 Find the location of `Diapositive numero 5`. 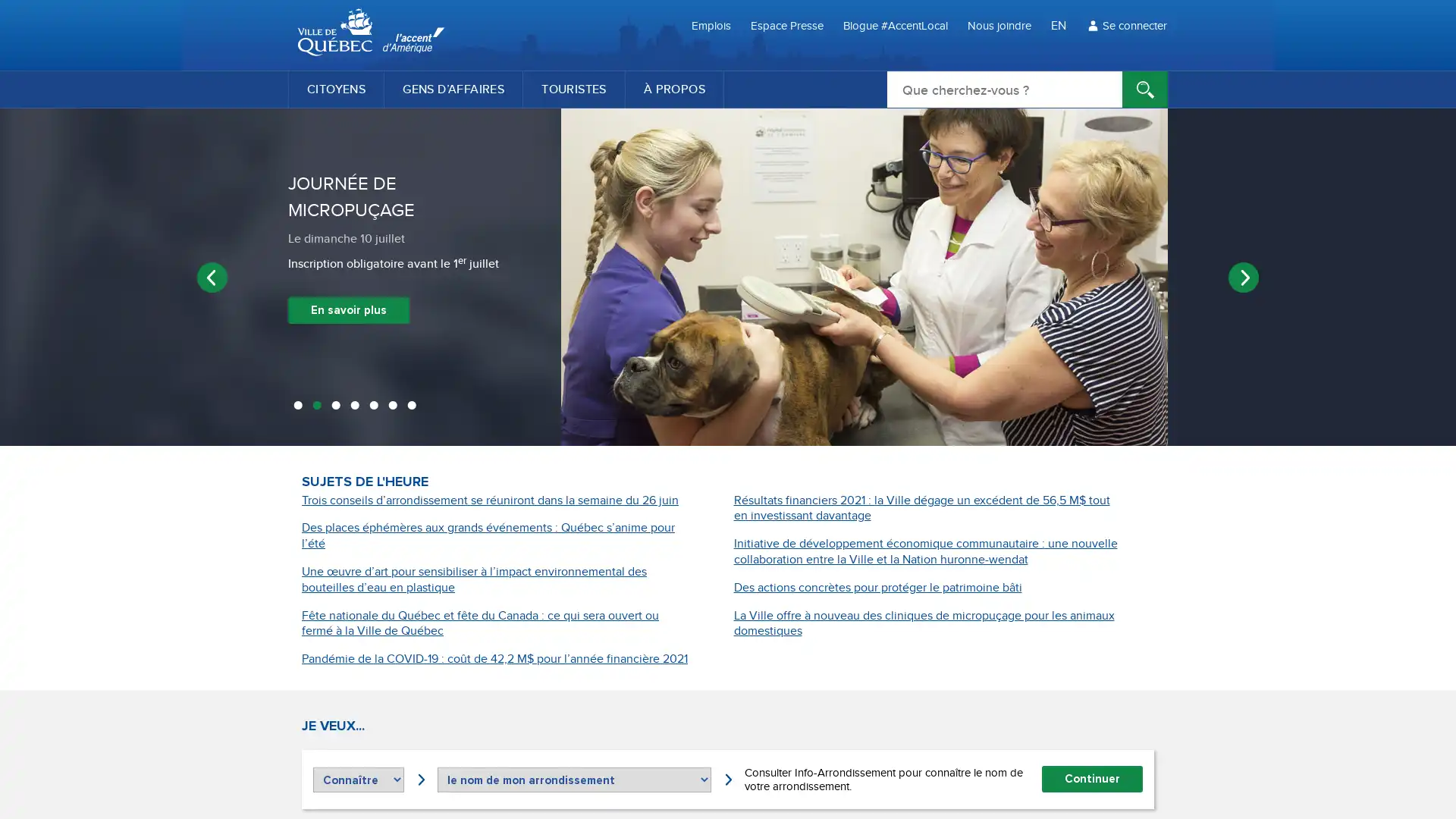

Diapositive numero 5 is located at coordinates (373, 406).